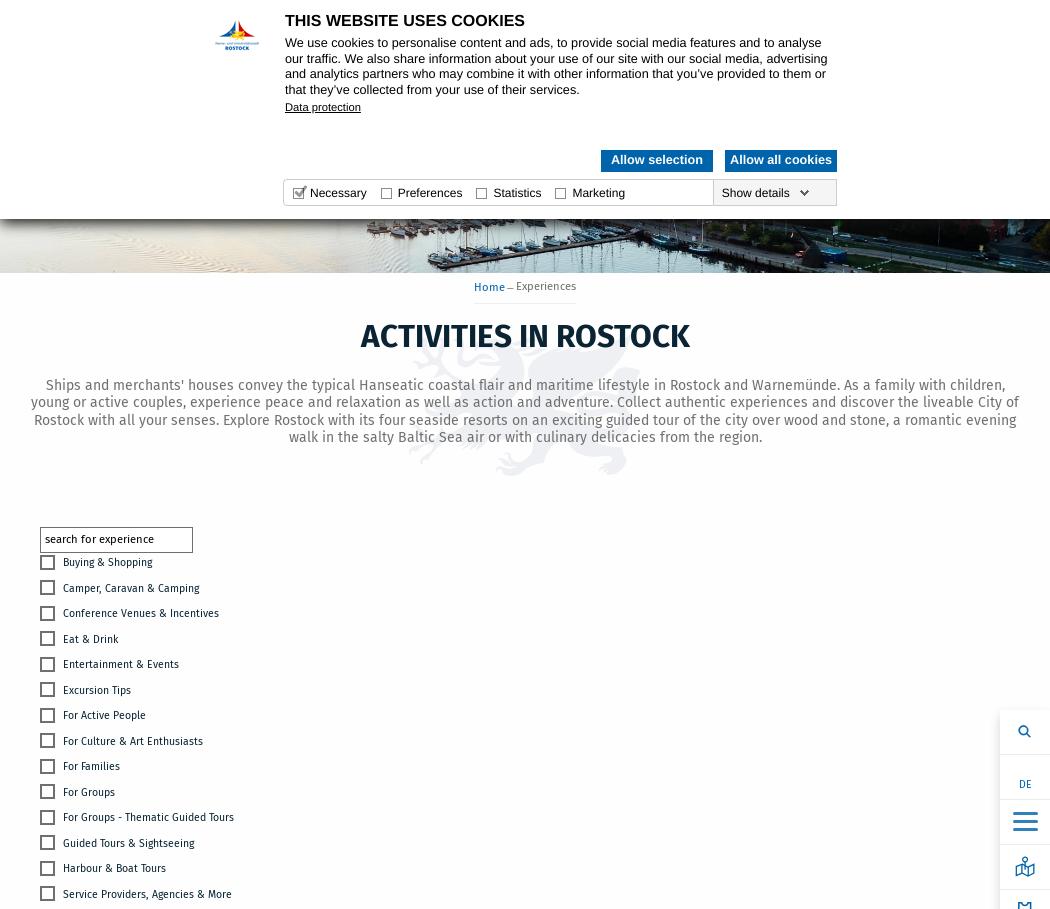 Image resolution: width=1050 pixels, height=909 pixels. I want to click on 'Deutsch', so click(949, 771).